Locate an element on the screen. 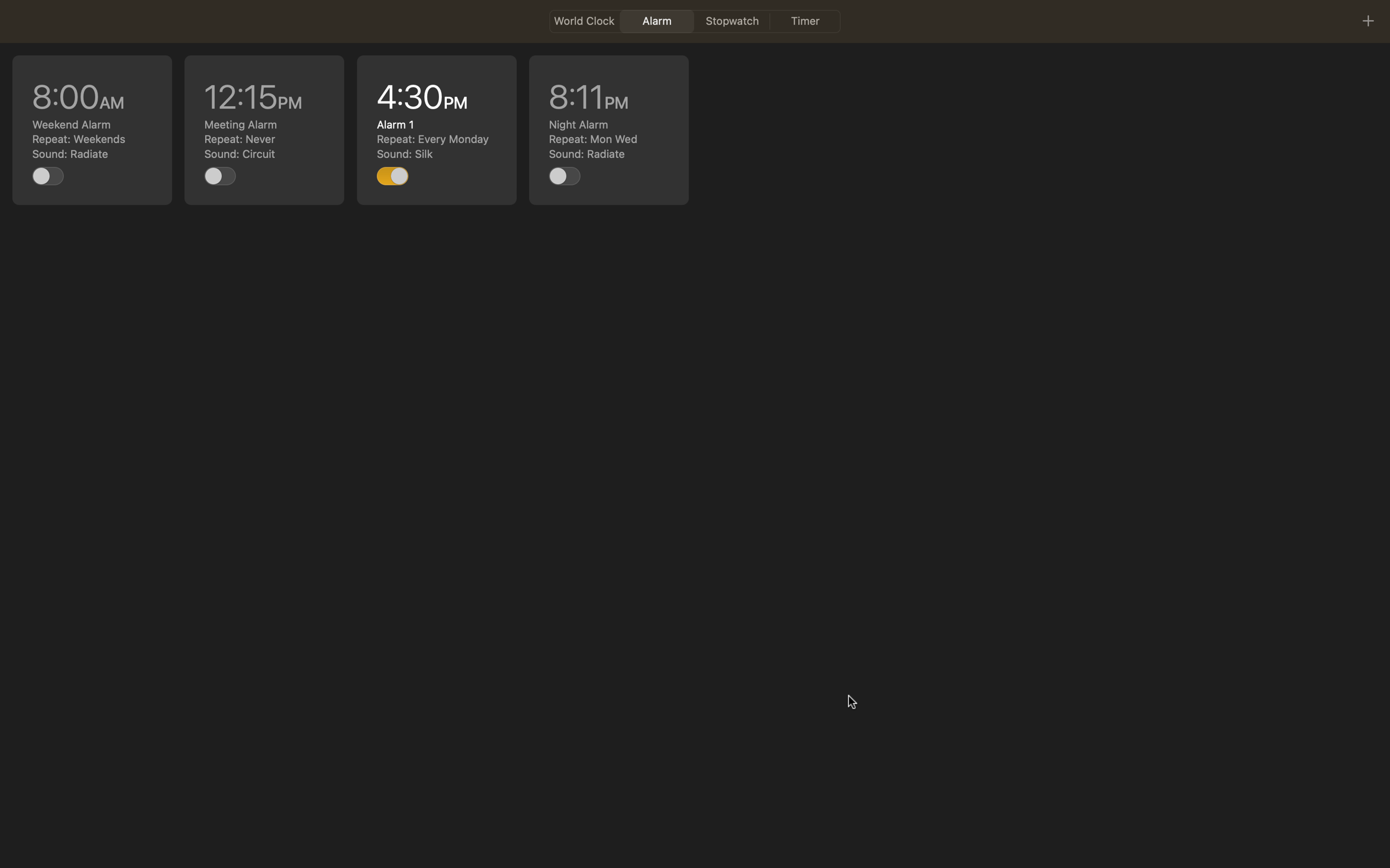 The height and width of the screenshot is (868, 1390). Update the 8pm alarm arrangement is located at coordinates (608, 130).